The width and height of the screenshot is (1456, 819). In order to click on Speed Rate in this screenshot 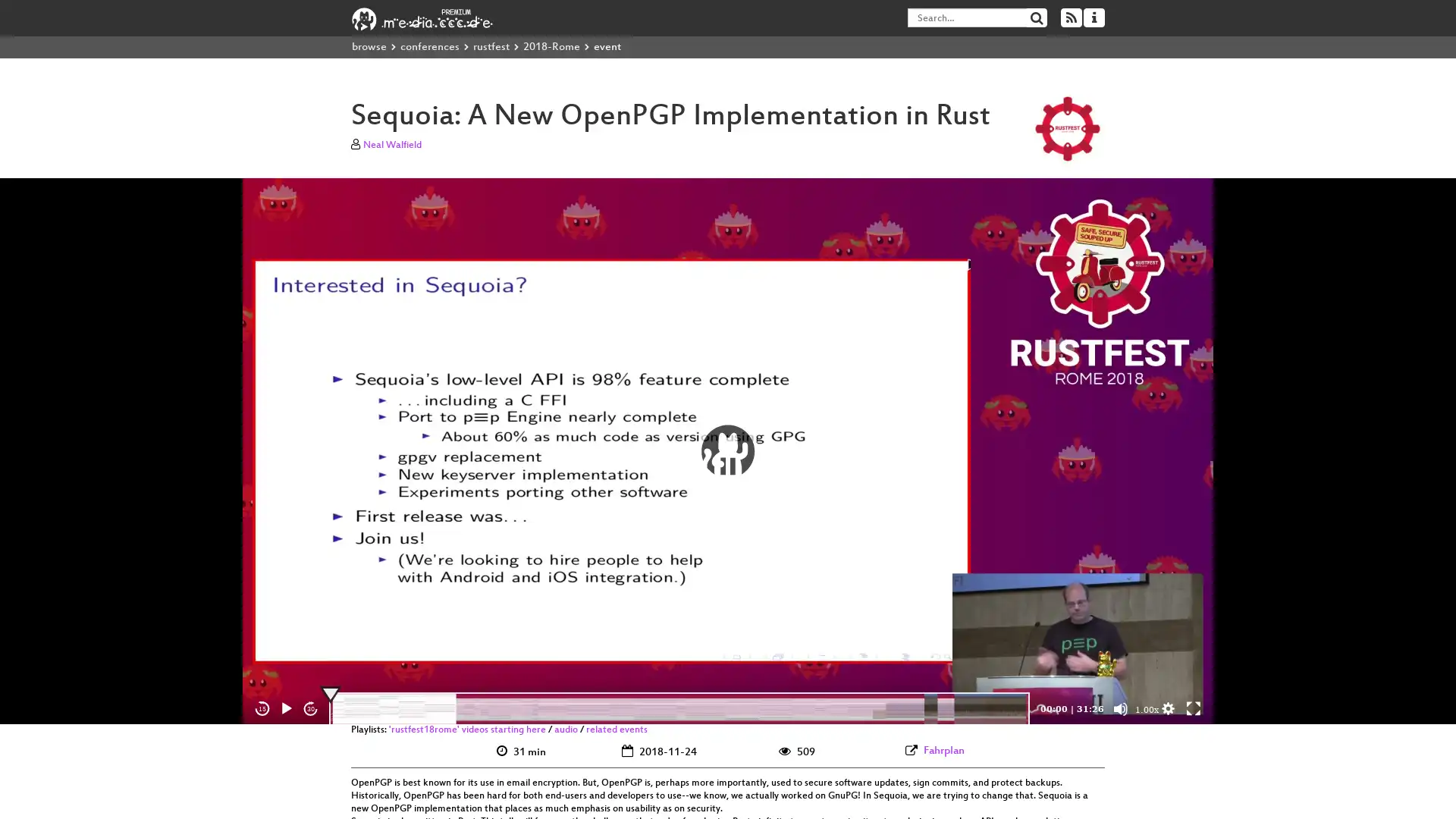, I will do `click(1147, 710)`.